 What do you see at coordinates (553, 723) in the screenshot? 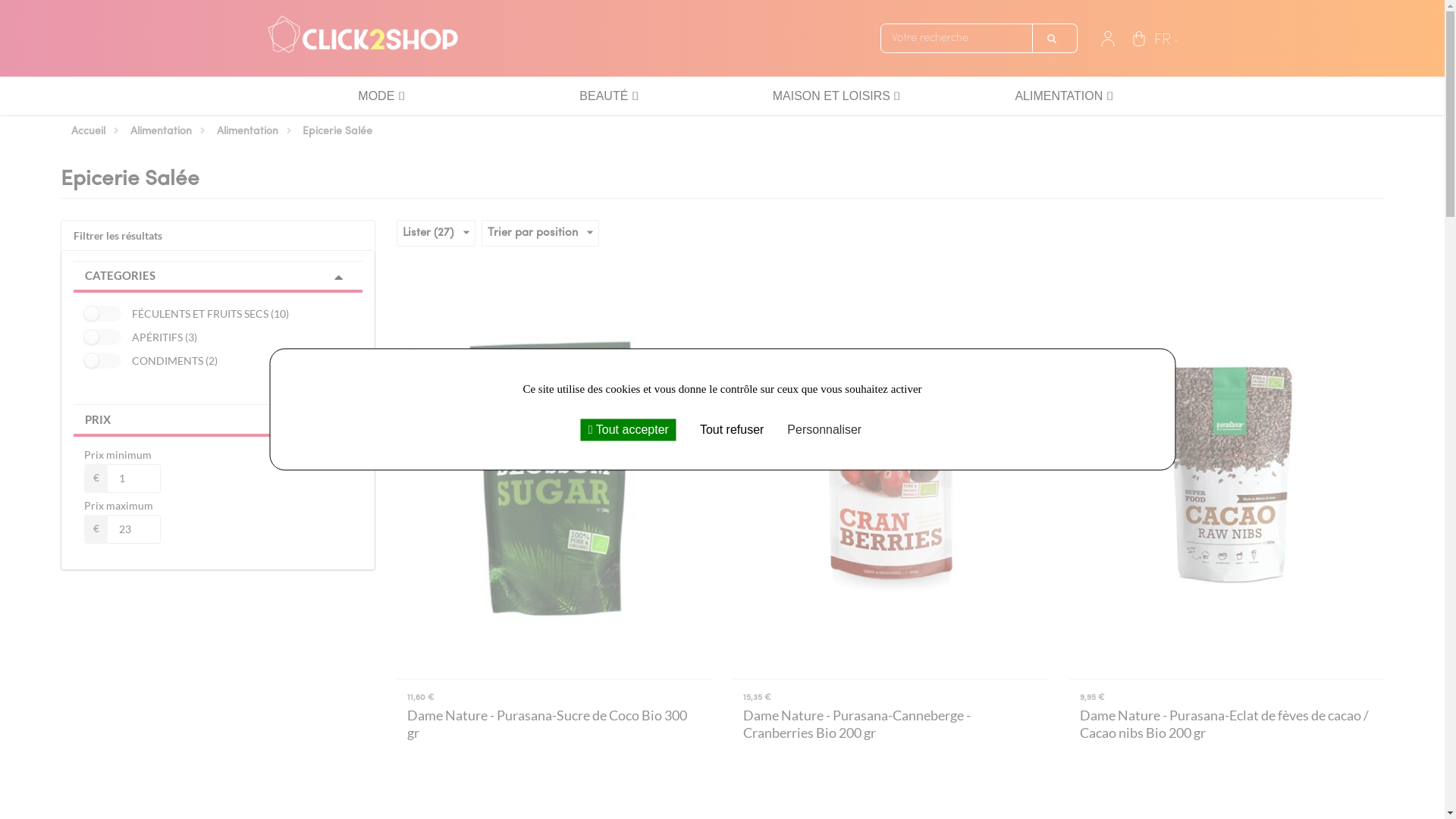
I see `'Dame Nature - Purasana-Sucre de Coco Bio 300 gr'` at bounding box center [553, 723].